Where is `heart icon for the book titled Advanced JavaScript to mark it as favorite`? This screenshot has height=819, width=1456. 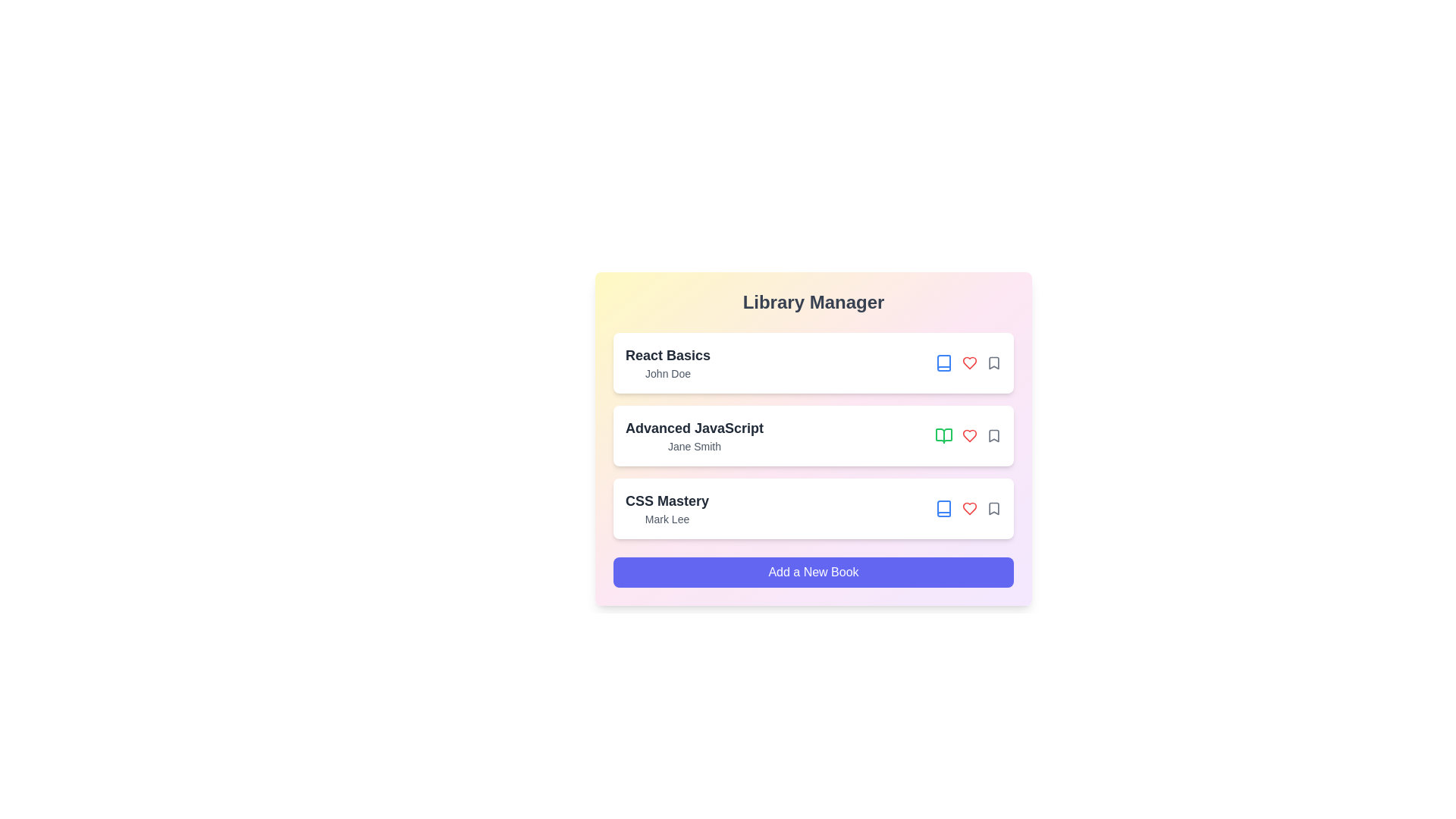
heart icon for the book titled Advanced JavaScript to mark it as favorite is located at coordinates (968, 435).